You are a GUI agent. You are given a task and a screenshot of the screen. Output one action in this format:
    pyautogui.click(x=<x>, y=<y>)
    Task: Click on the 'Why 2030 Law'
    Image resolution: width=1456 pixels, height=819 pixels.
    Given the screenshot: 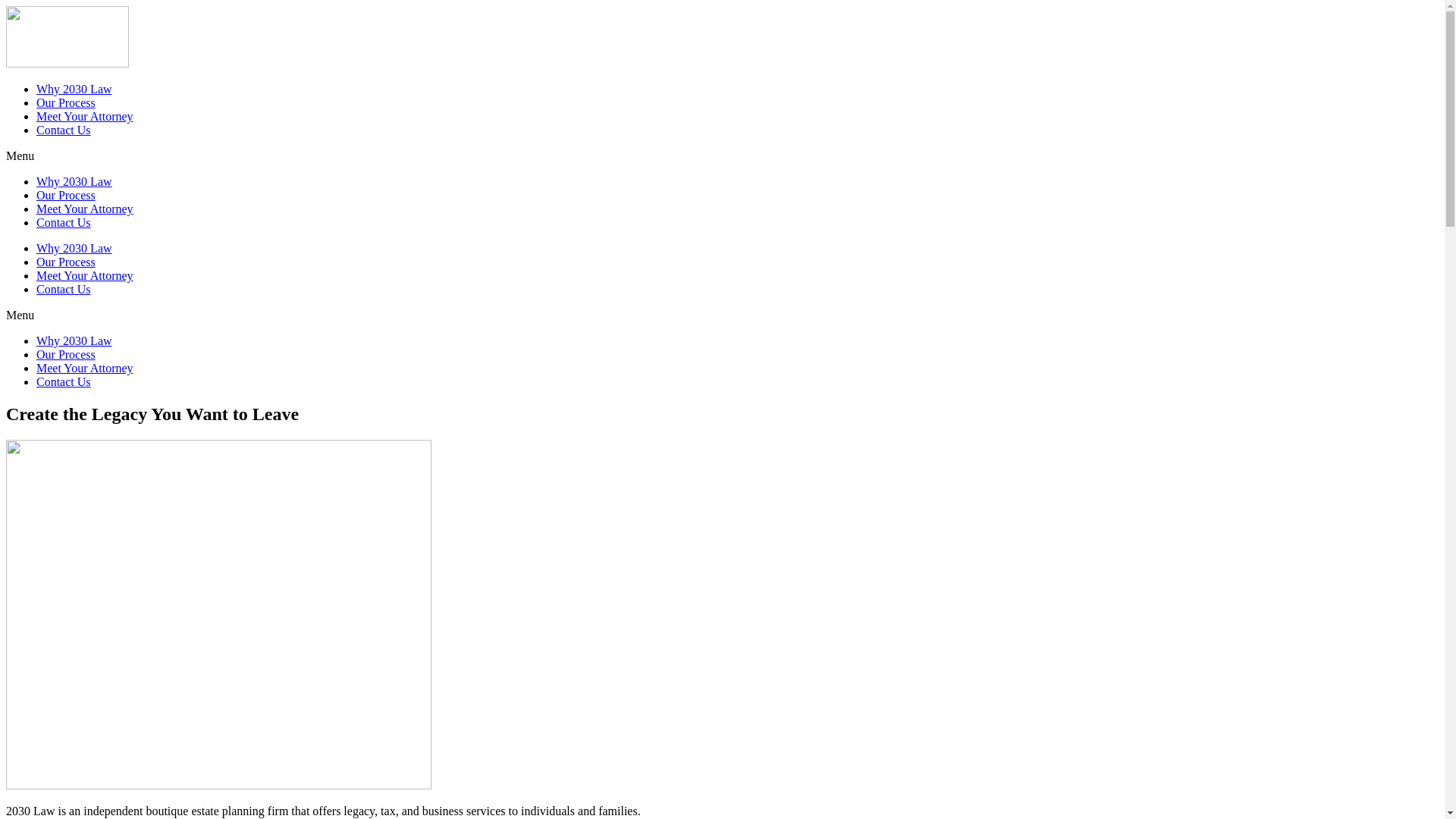 What is the action you would take?
    pyautogui.click(x=36, y=340)
    